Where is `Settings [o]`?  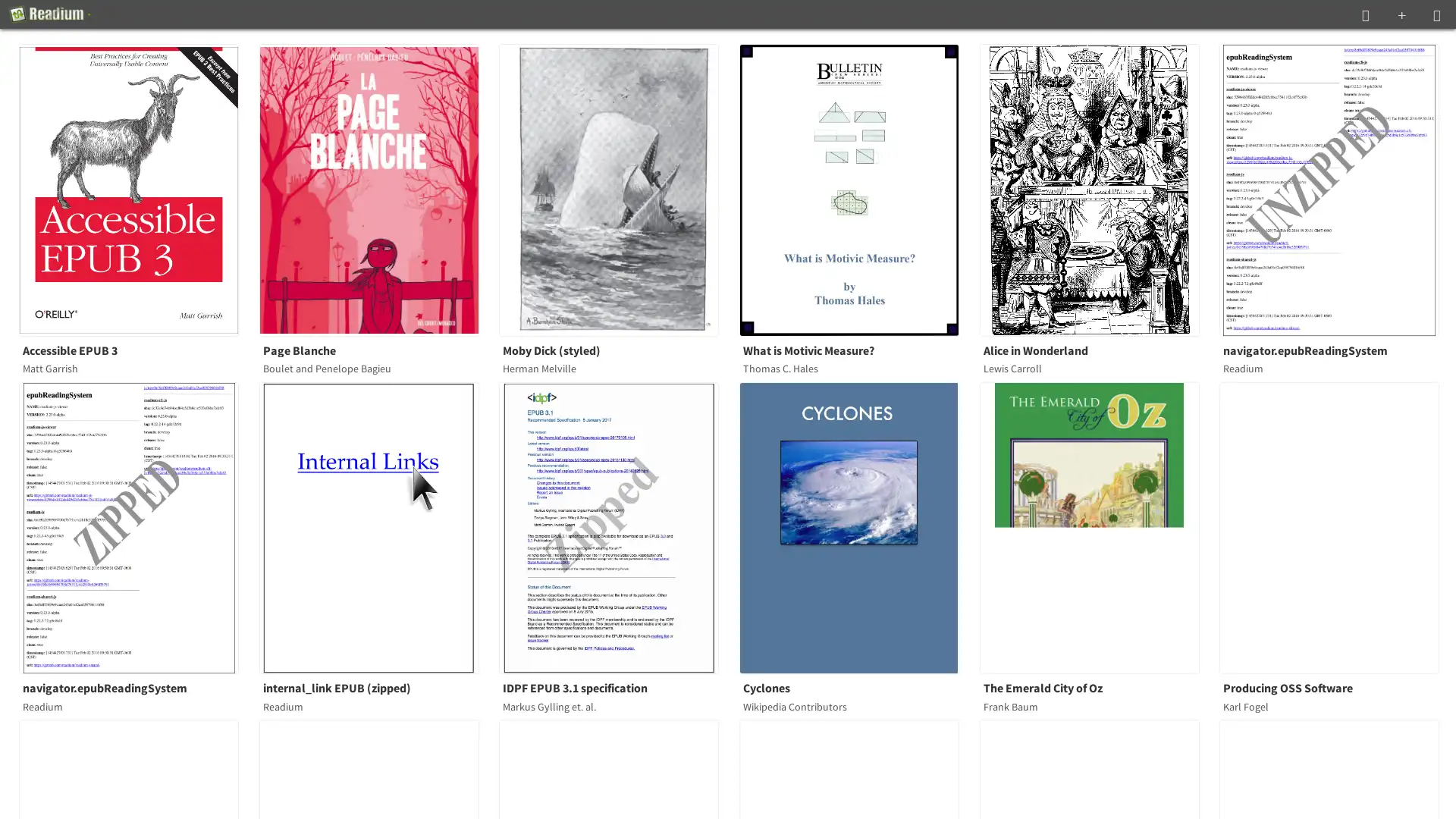
Settings [o] is located at coordinates (1436, 14).